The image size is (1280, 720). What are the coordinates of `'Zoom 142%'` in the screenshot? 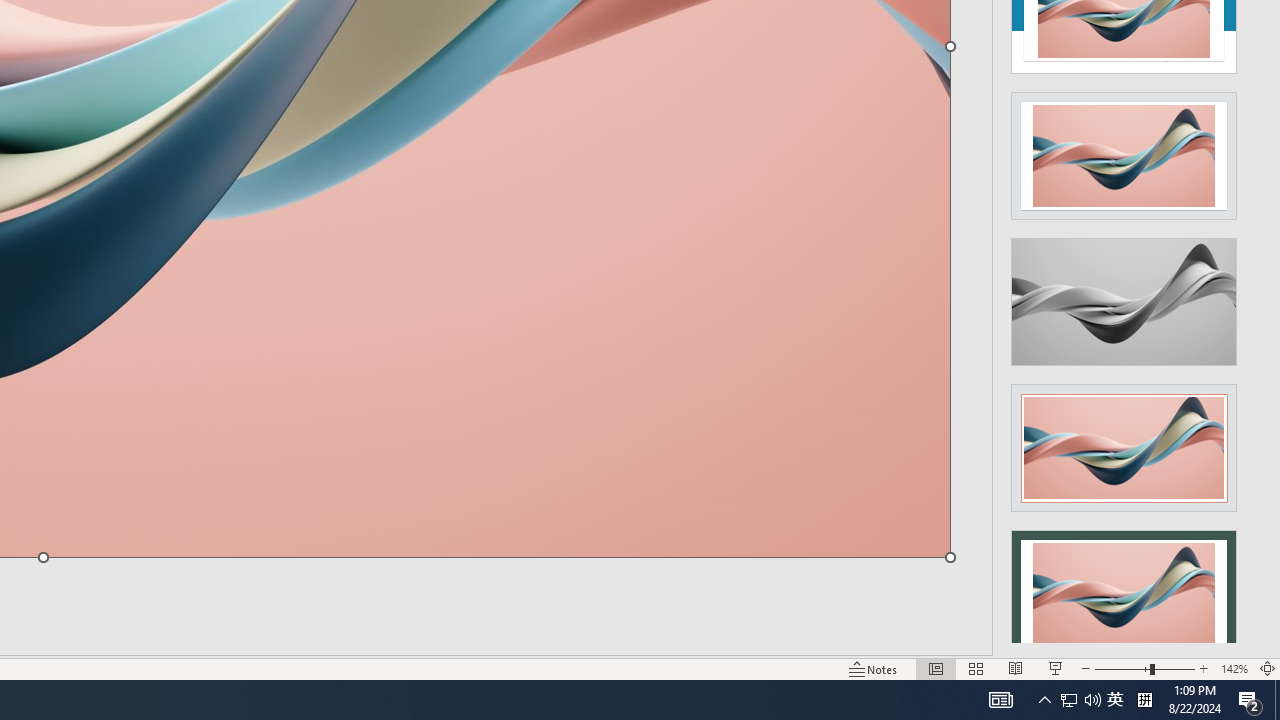 It's located at (1233, 669).